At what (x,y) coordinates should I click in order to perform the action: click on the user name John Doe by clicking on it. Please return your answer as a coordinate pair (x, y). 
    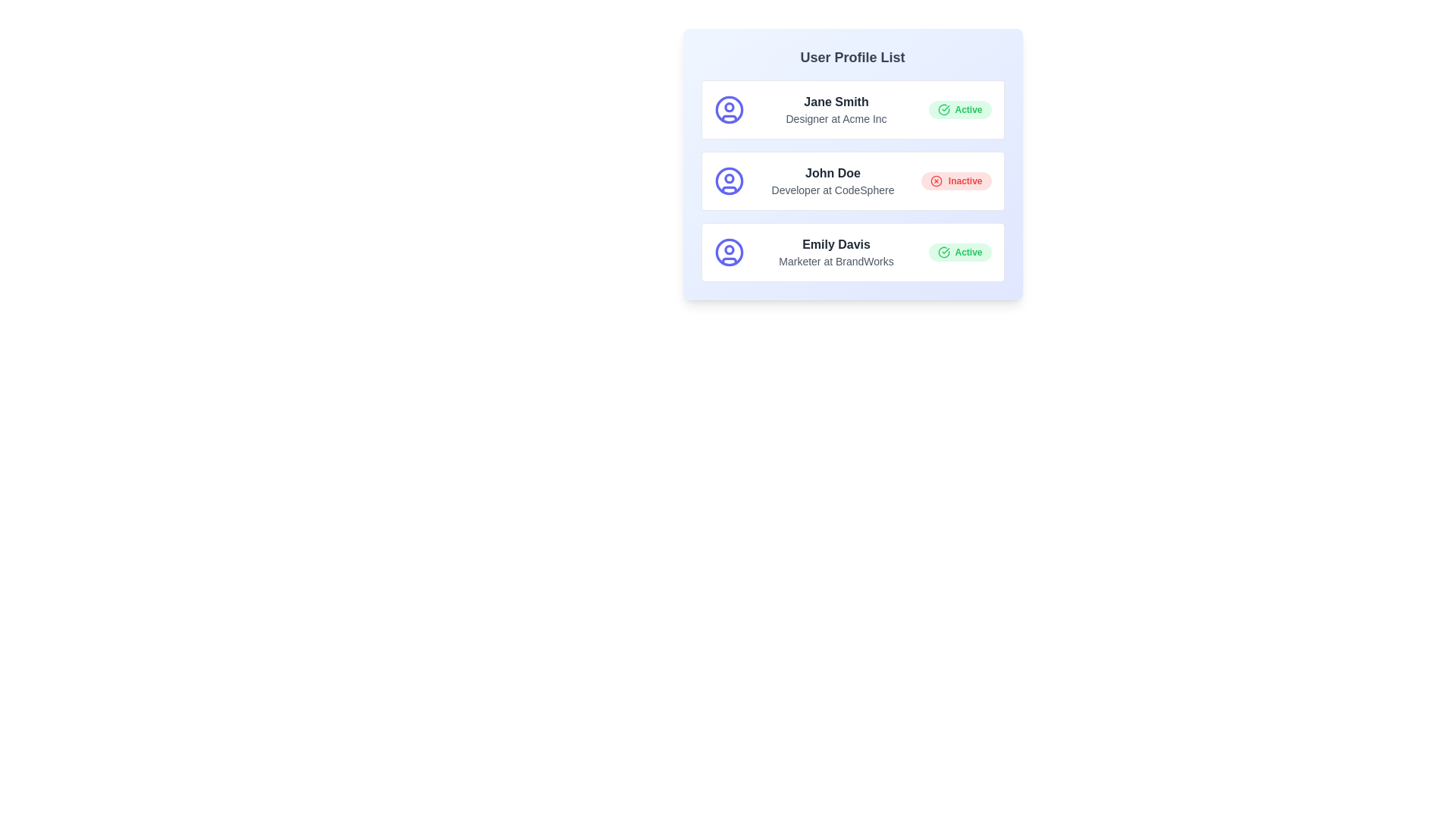
    Looking at the image, I should click on (832, 172).